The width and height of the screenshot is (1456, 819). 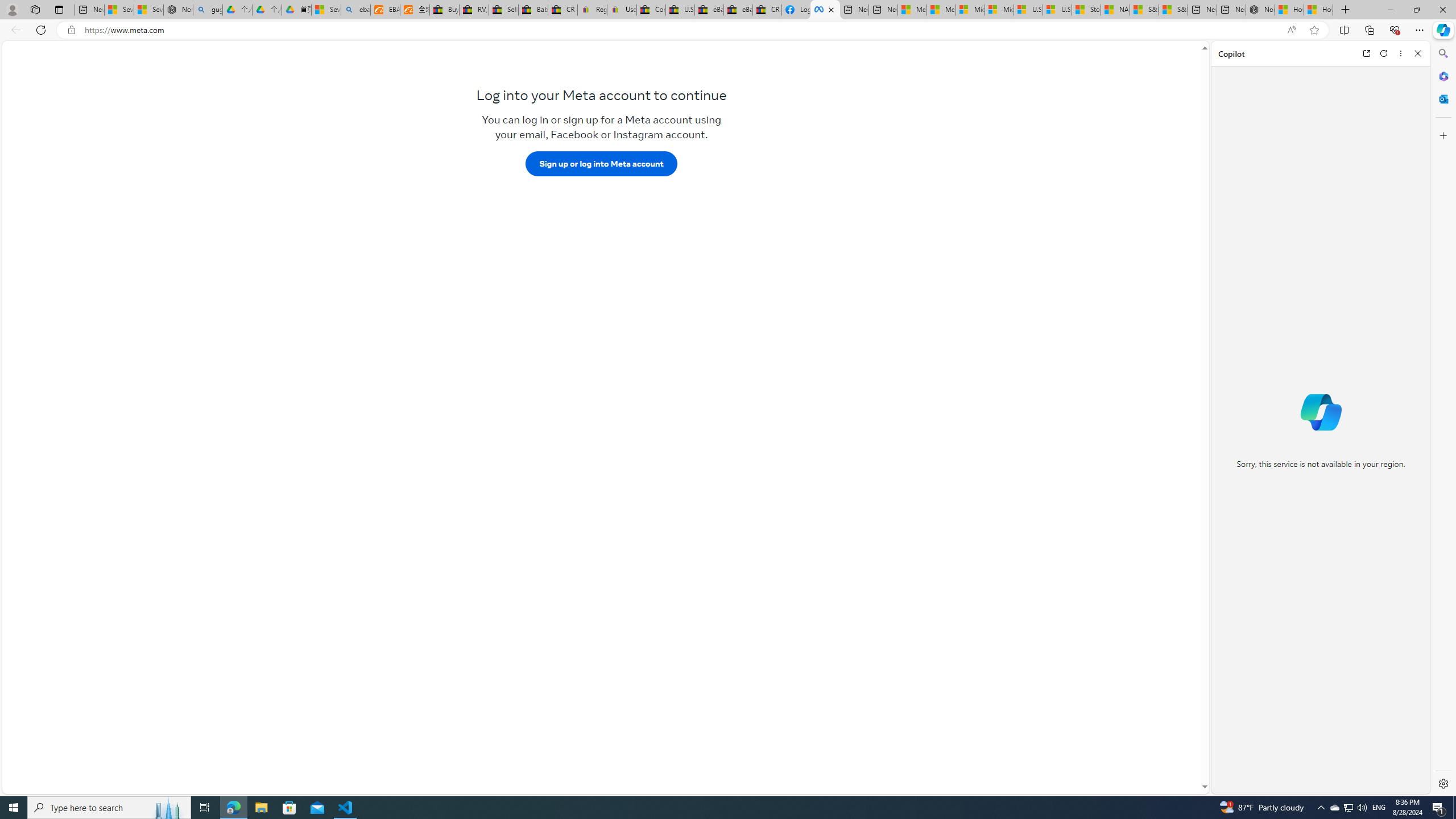 I want to click on 'Microsoft 365', so click(x=1442, y=76).